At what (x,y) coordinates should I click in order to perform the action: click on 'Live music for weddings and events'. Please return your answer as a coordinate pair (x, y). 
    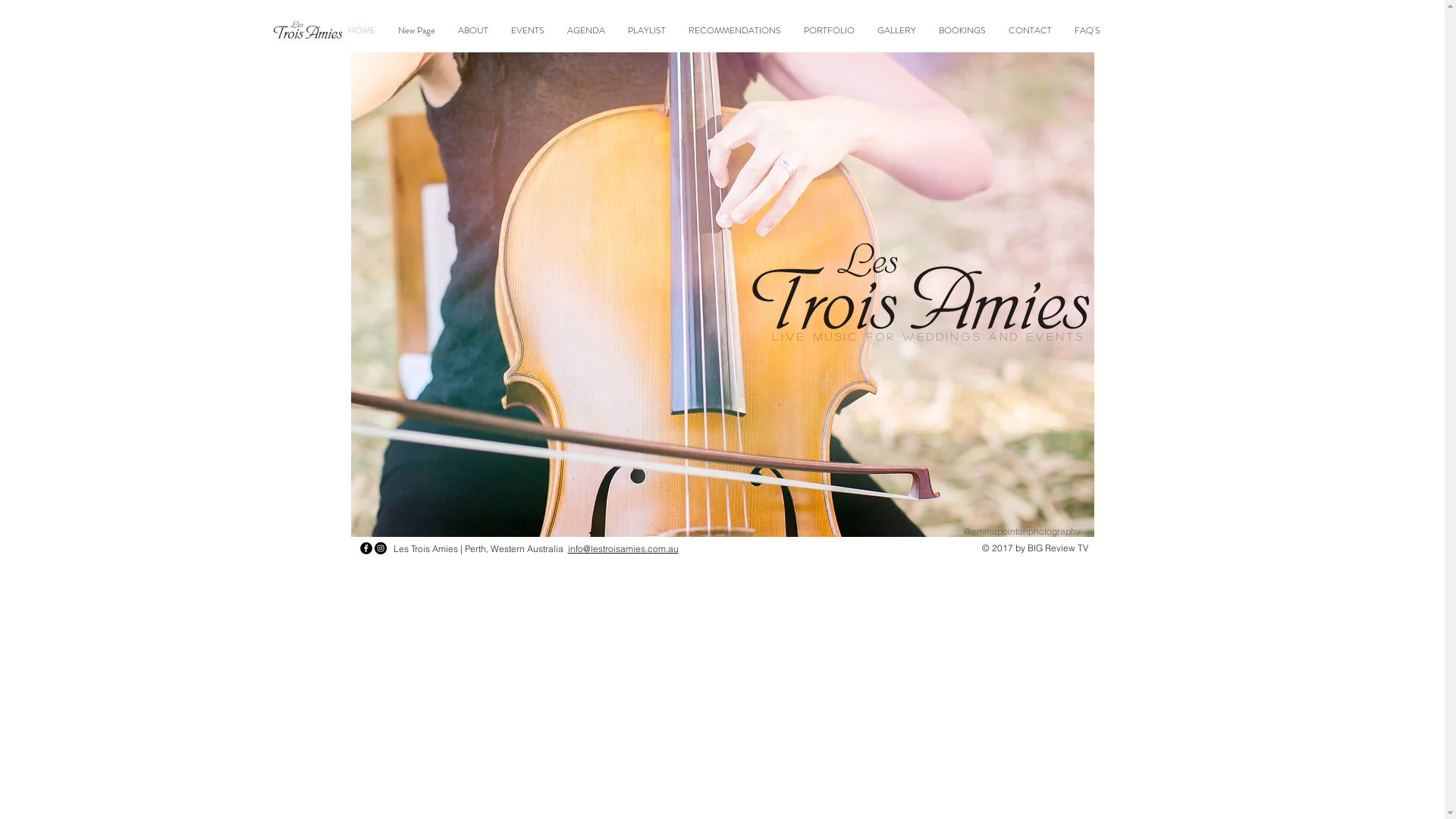
    Looking at the image, I should click on (771, 335).